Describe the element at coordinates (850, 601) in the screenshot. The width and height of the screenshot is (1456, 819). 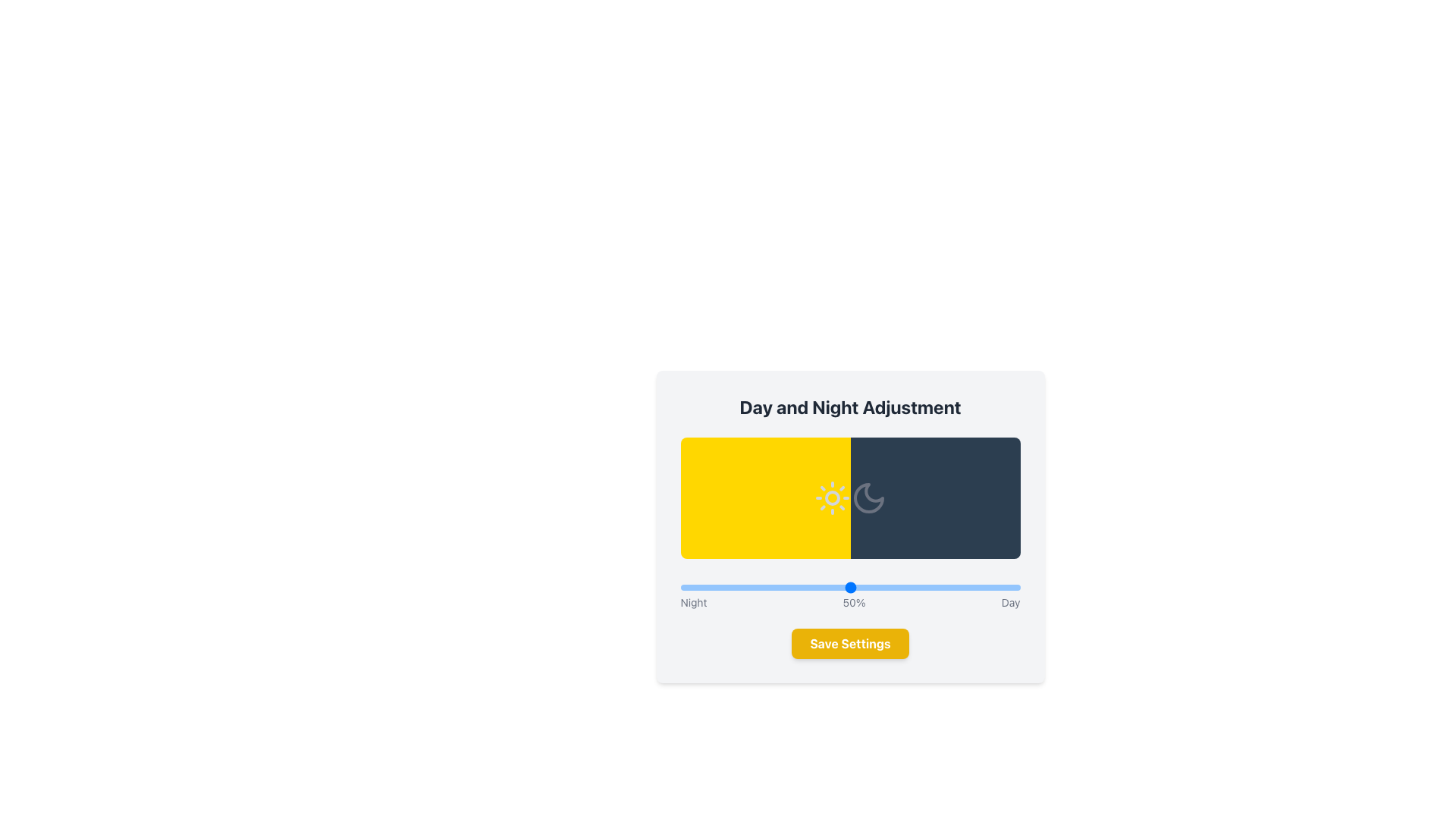
I see `the text label displaying 'Night 50% Day', which is located directly below the blue progress slider and above the 'Save Settings' button` at that location.